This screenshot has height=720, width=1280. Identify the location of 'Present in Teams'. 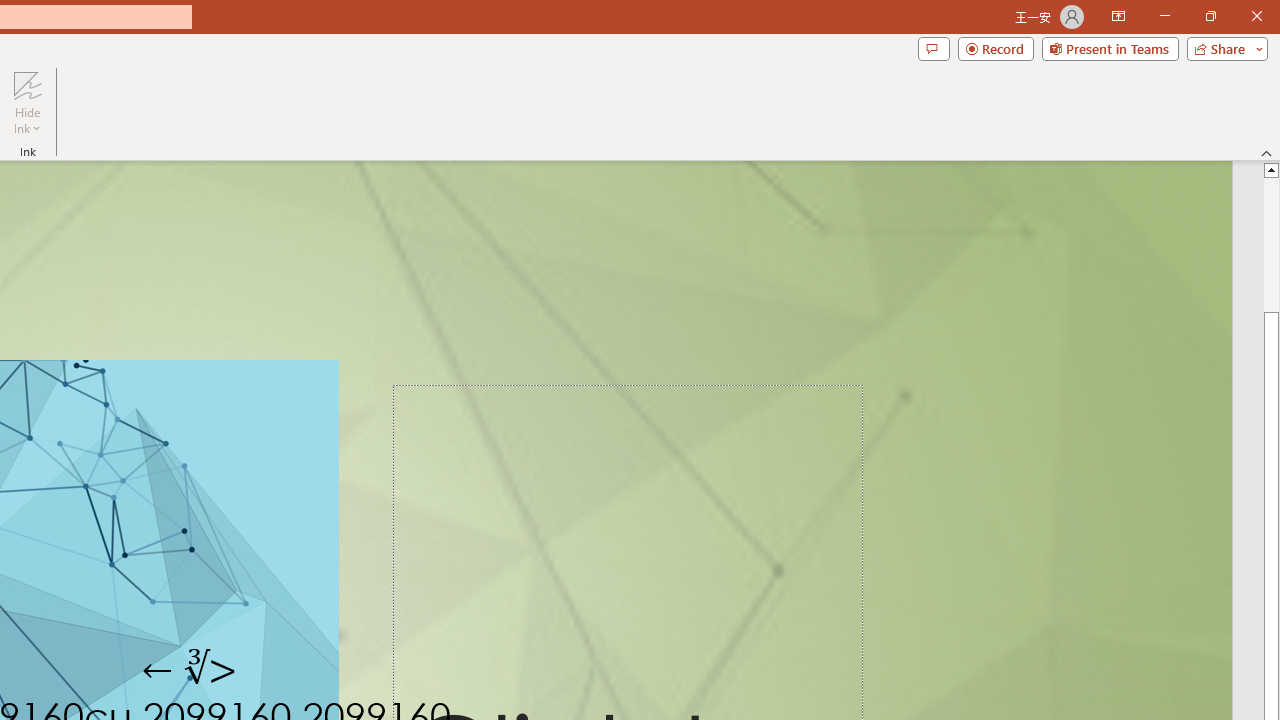
(1109, 47).